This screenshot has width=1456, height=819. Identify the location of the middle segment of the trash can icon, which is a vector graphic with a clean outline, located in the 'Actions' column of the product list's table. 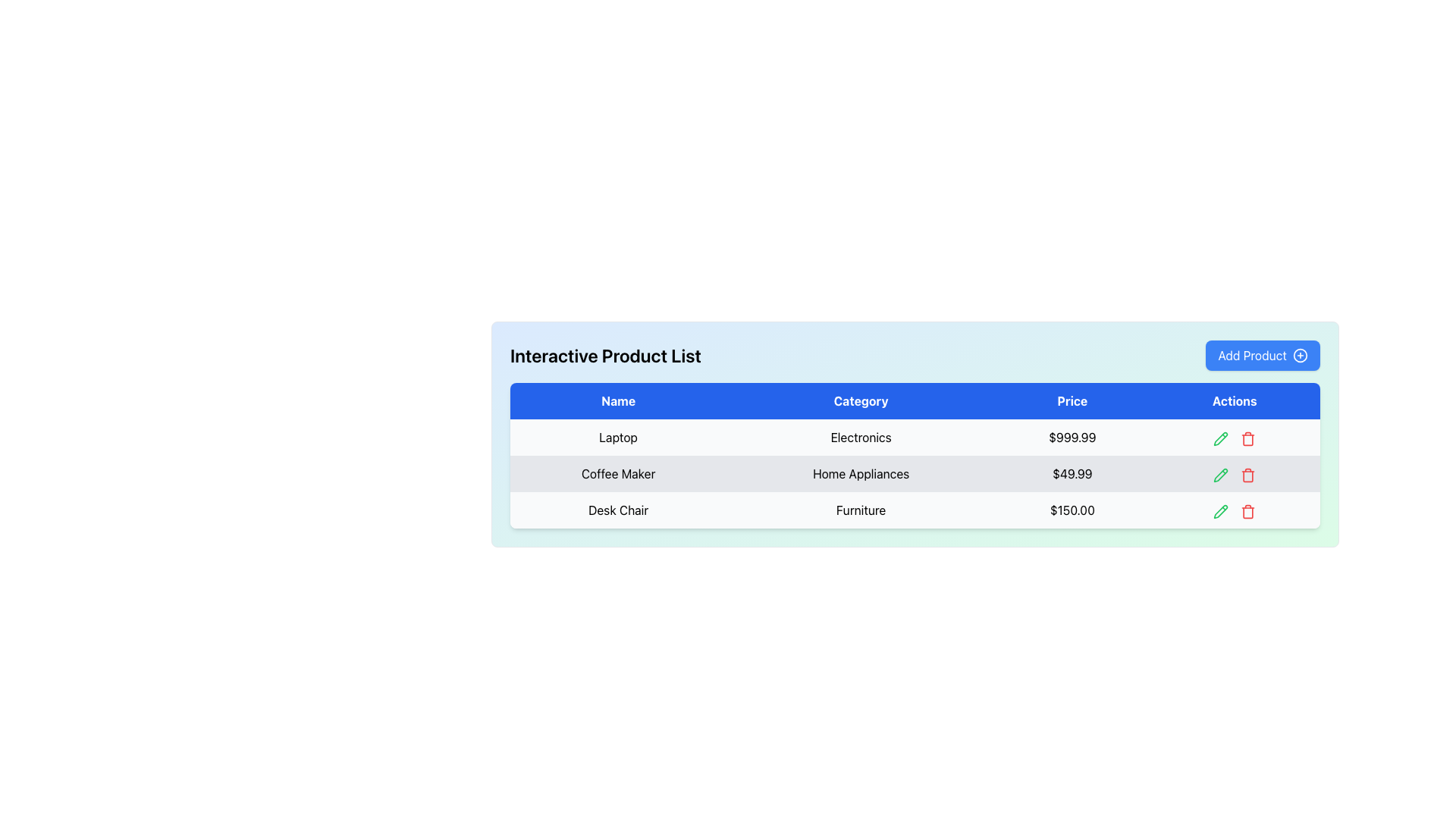
(1248, 440).